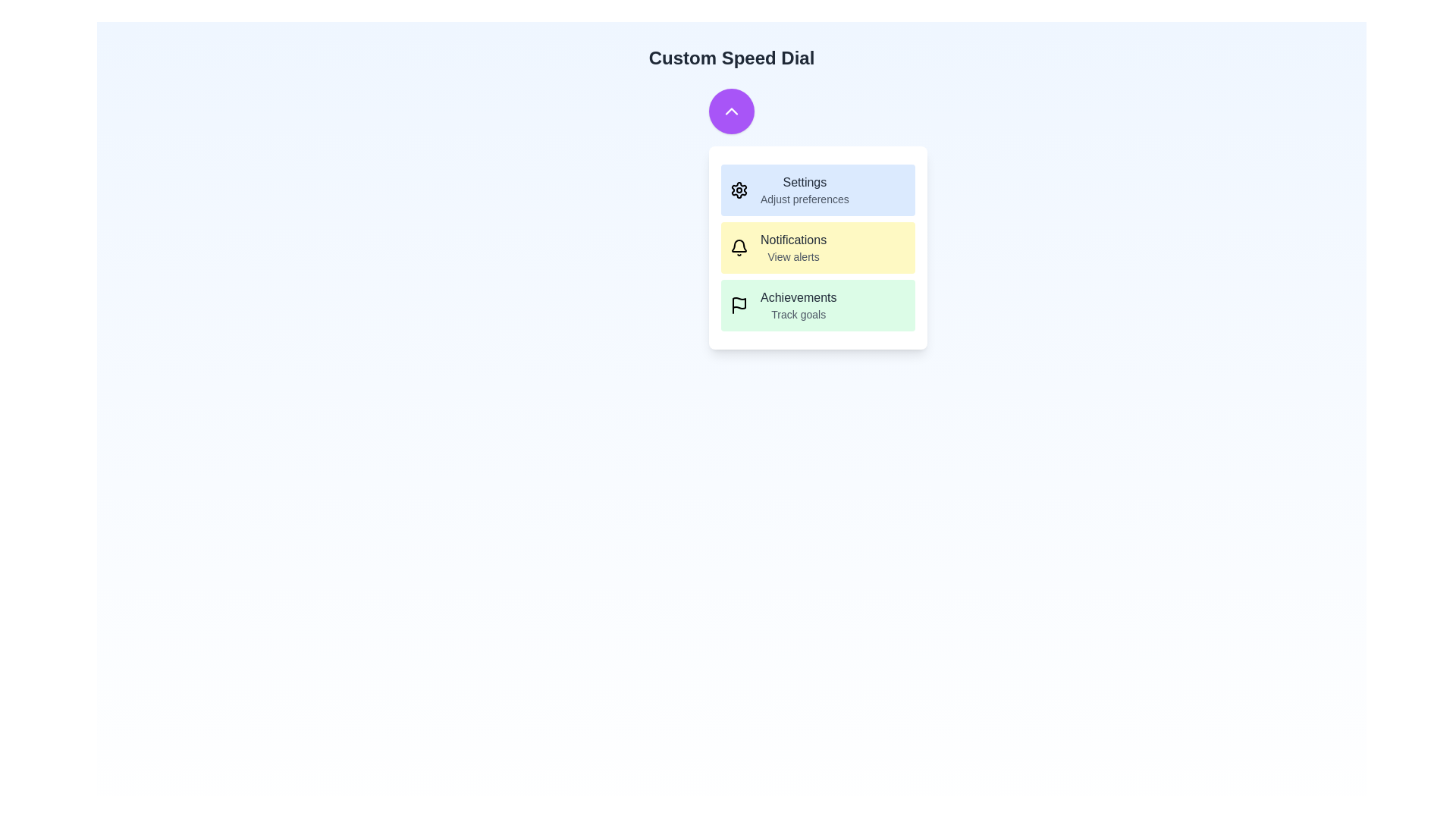  Describe the element at coordinates (731, 110) in the screenshot. I see `the expand/collapse button to toggle the menu` at that location.